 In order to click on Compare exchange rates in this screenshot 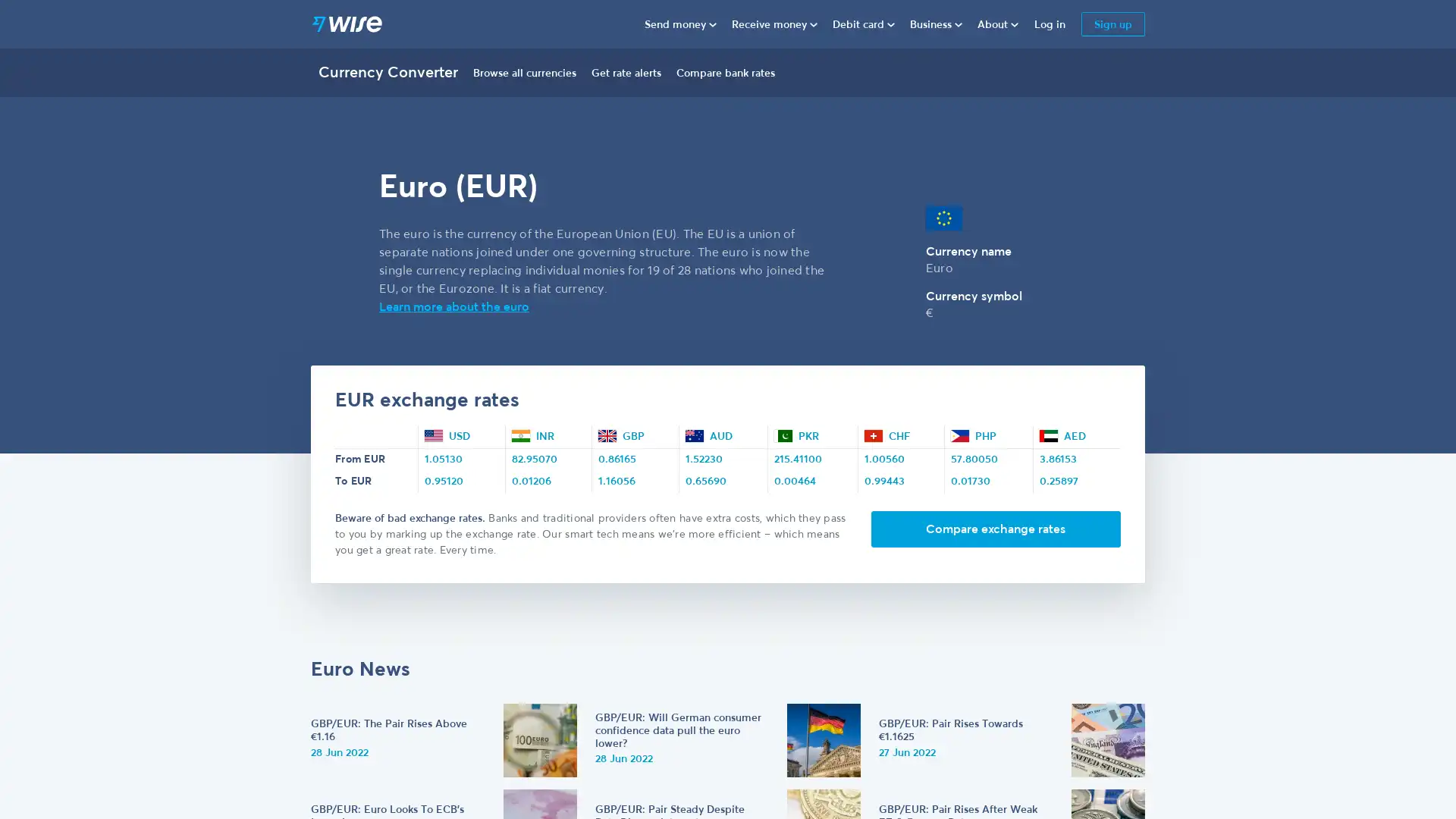, I will do `click(995, 528)`.